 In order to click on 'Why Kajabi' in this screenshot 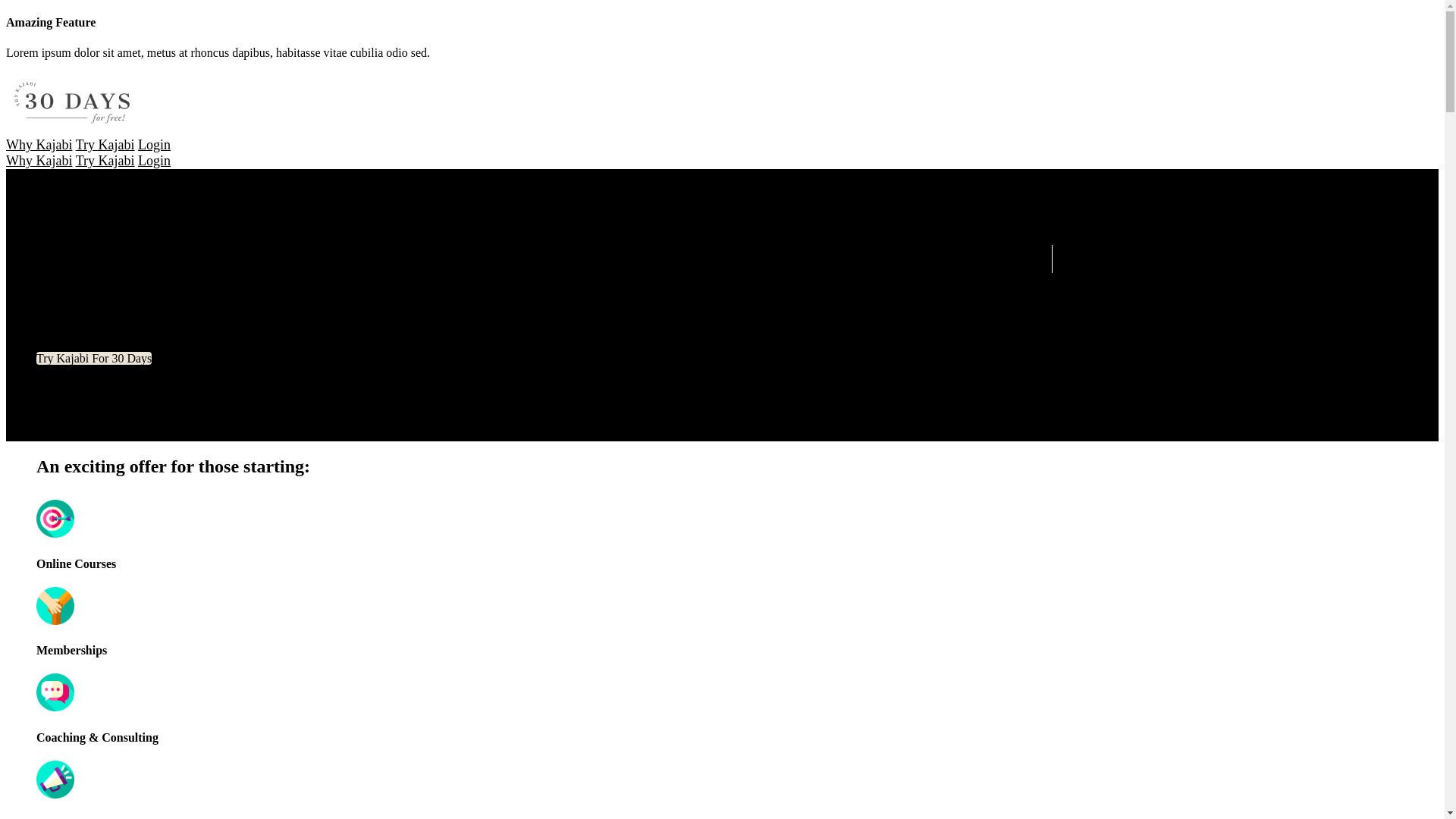, I will do `click(39, 145)`.